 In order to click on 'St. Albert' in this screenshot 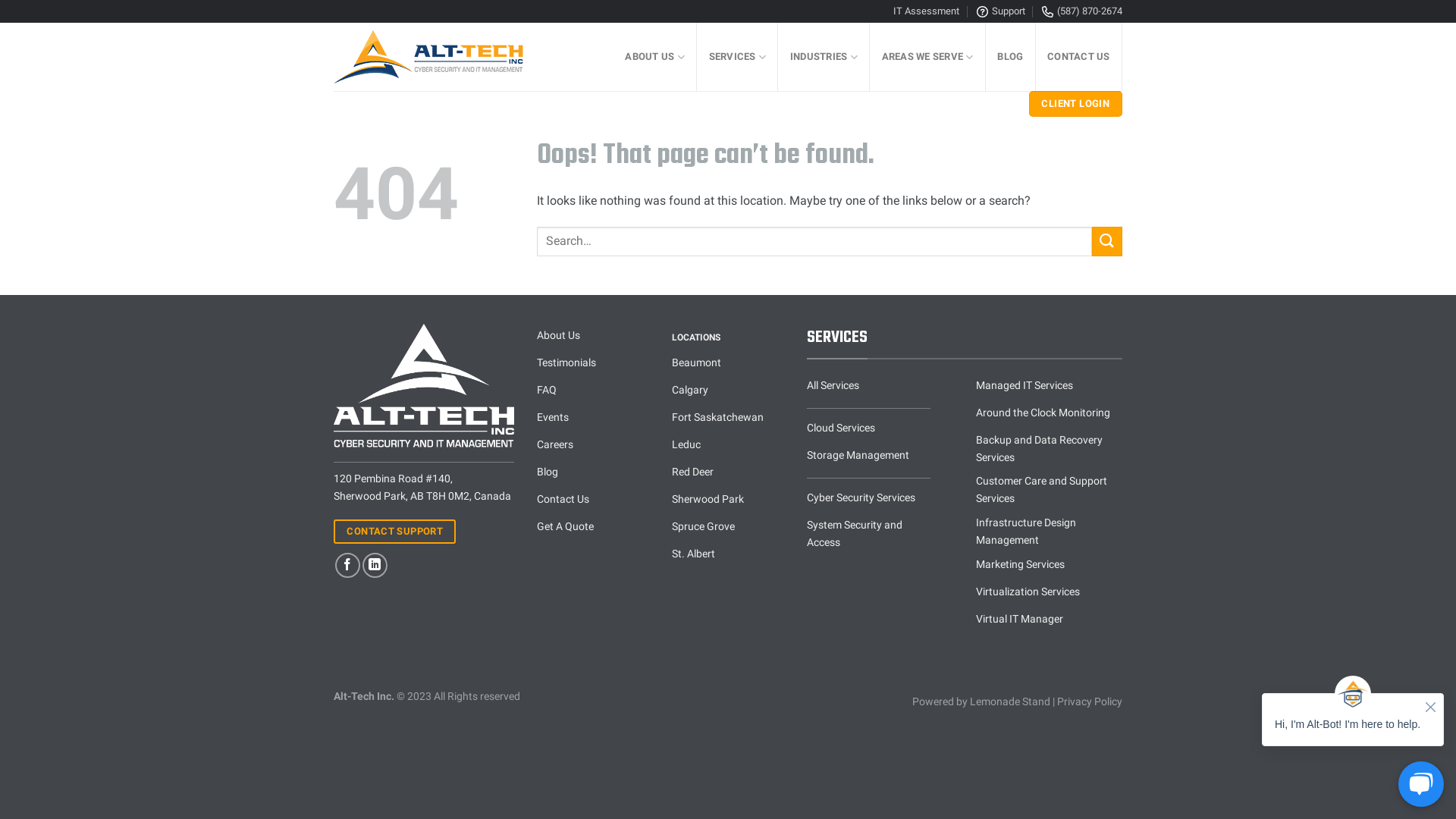, I will do `click(728, 555)`.